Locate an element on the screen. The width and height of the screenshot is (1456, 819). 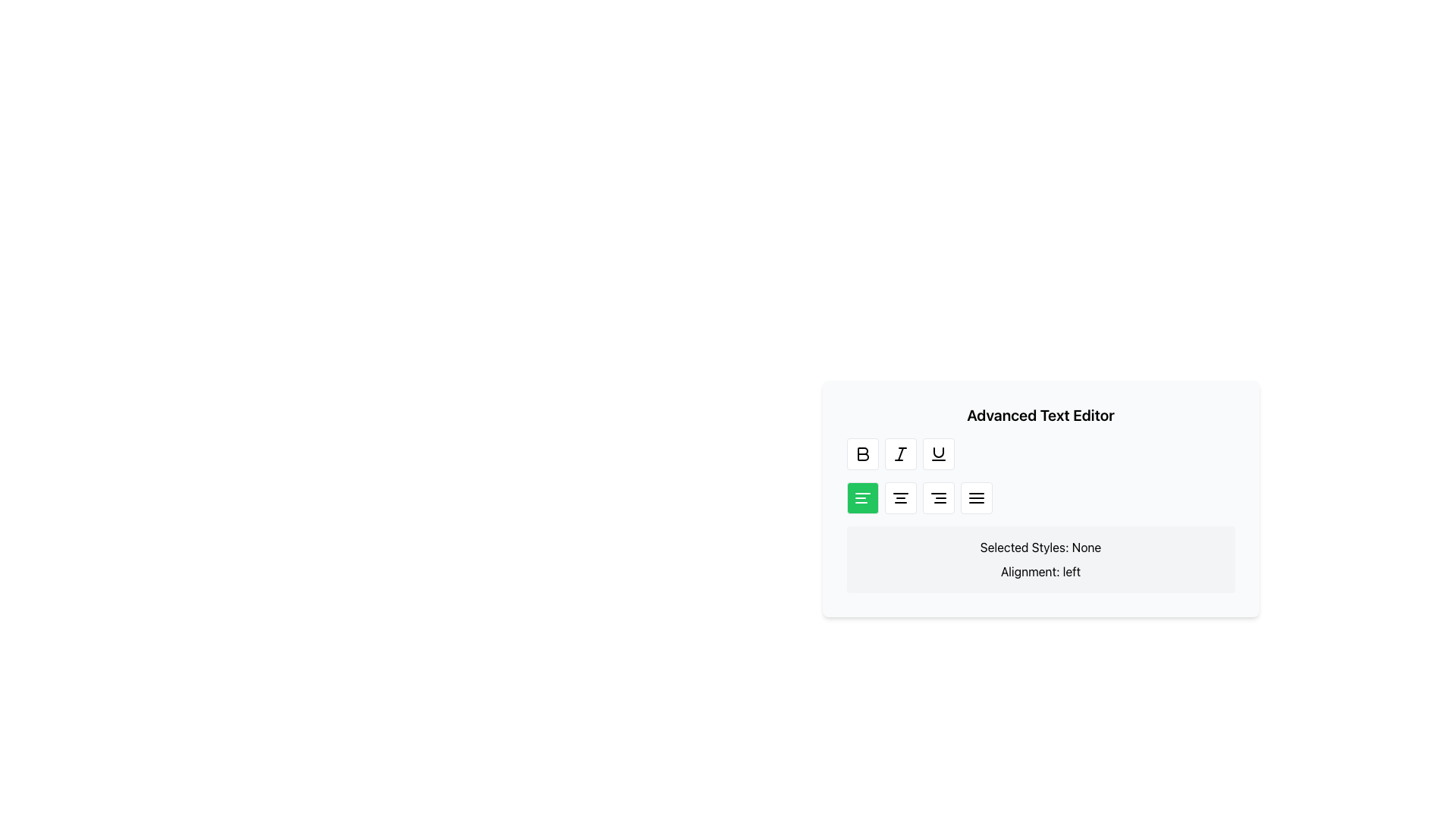
the third button in the button toolbar of the 'Advanced Text Editor' to apply underline styling, which features a U-shaped curved line above a horizontal line in a simple black vector style is located at coordinates (937, 453).